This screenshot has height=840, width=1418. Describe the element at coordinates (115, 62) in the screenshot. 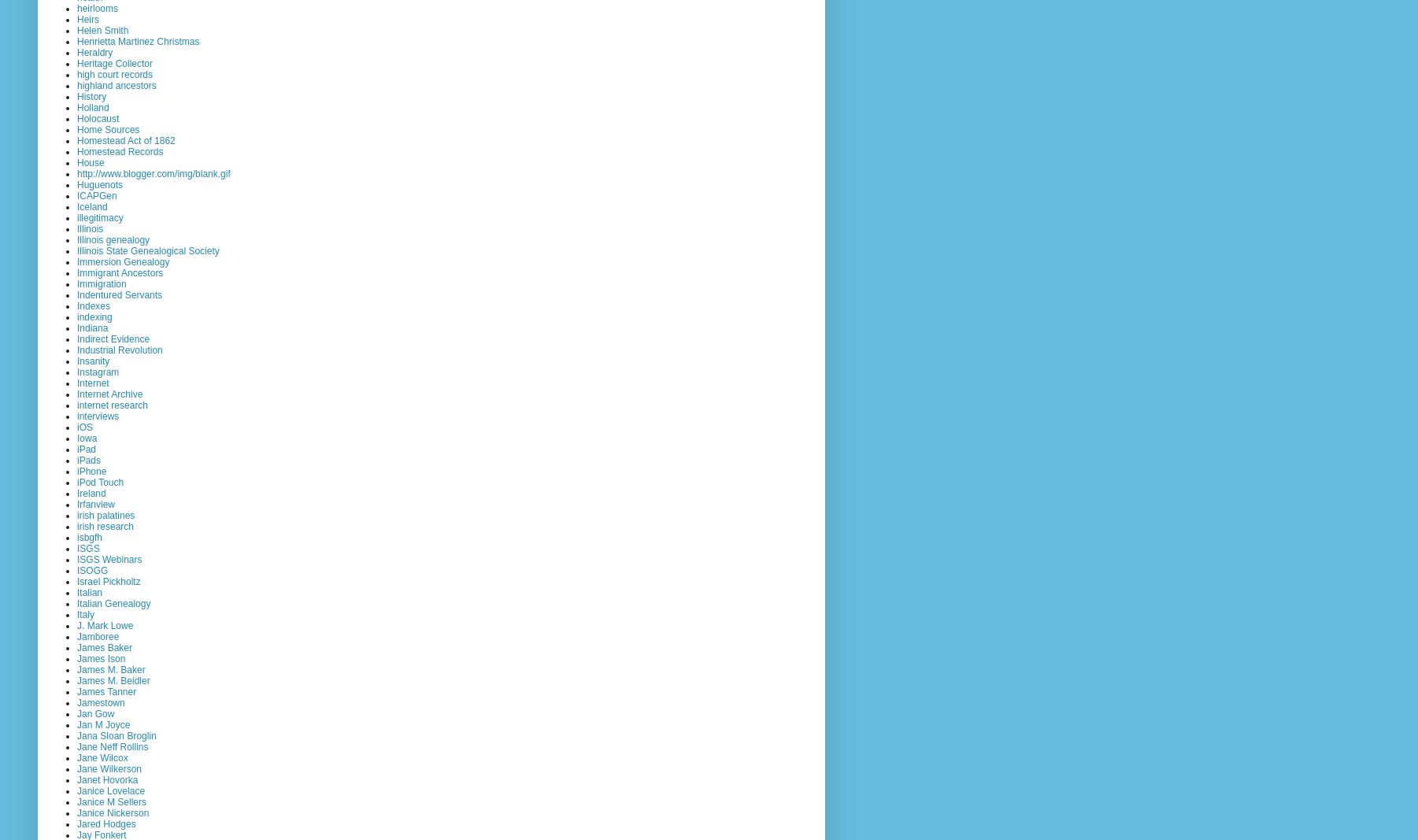

I see `'Heritage Collector'` at that location.